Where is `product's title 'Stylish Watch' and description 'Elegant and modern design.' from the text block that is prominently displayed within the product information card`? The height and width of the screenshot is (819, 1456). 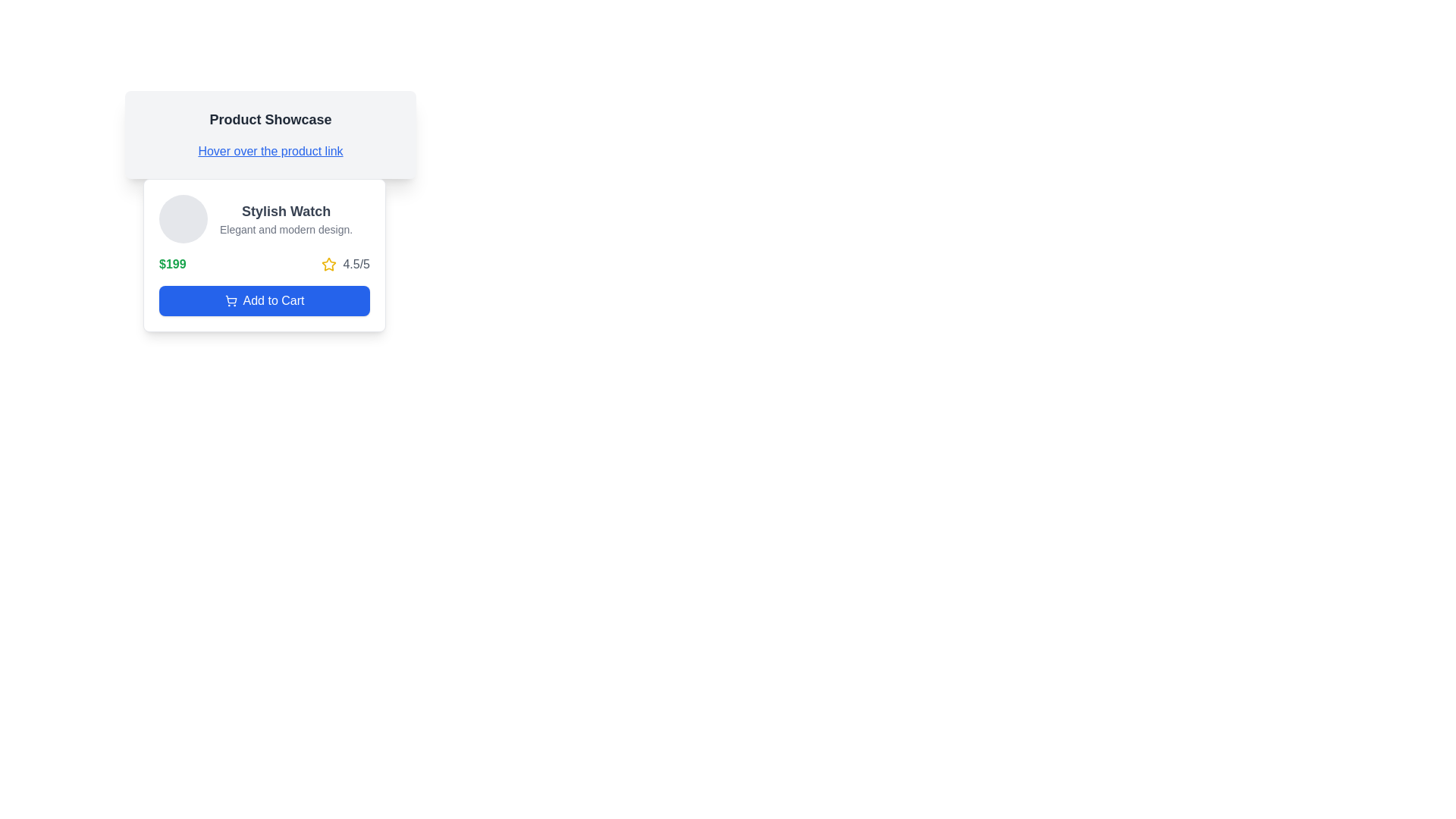 product's title 'Stylish Watch' and description 'Elegant and modern design.' from the text block that is prominently displayed within the product information card is located at coordinates (286, 219).